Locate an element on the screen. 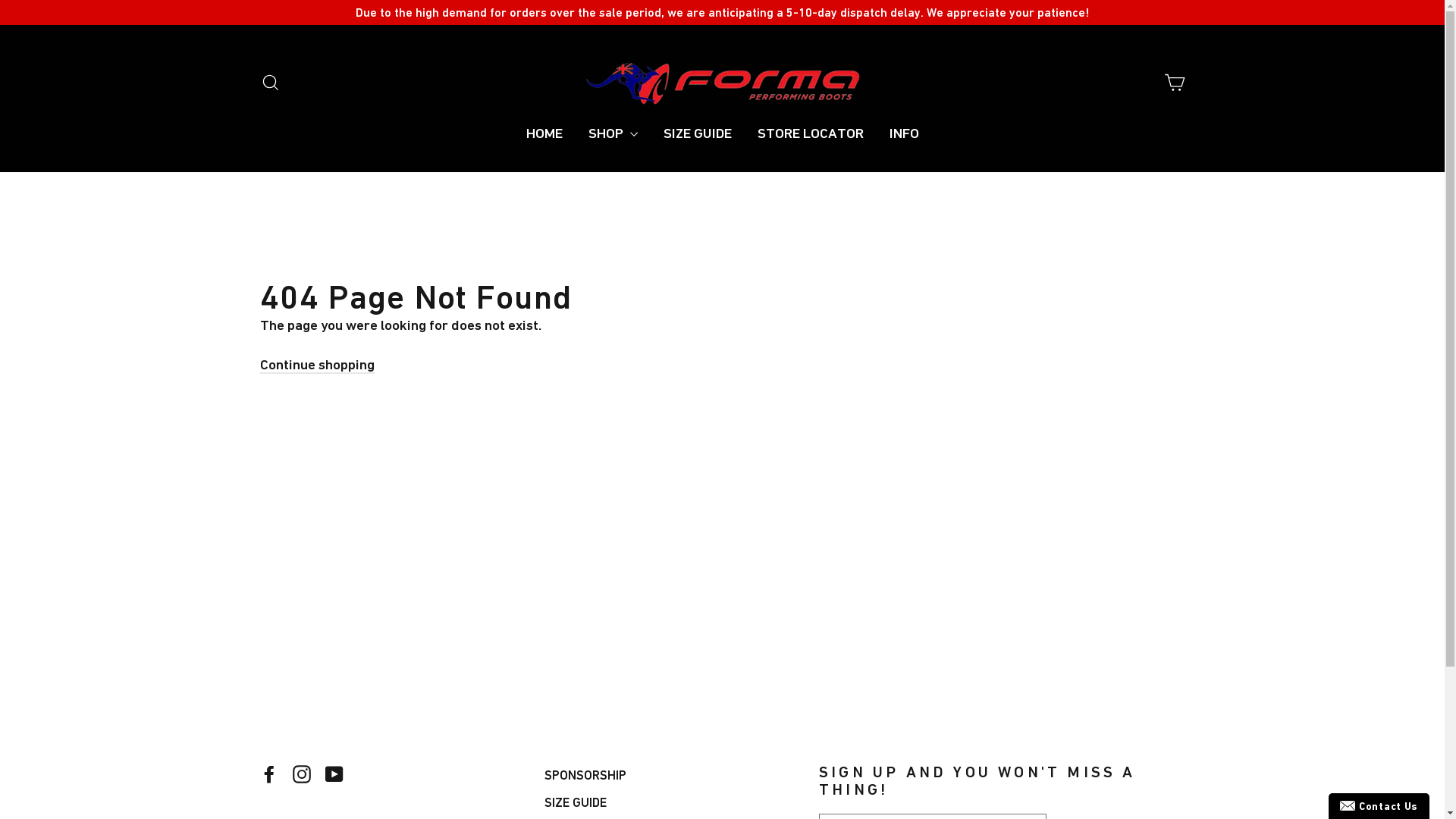 The width and height of the screenshot is (1456, 819). 'SHOP' is located at coordinates (612, 133).